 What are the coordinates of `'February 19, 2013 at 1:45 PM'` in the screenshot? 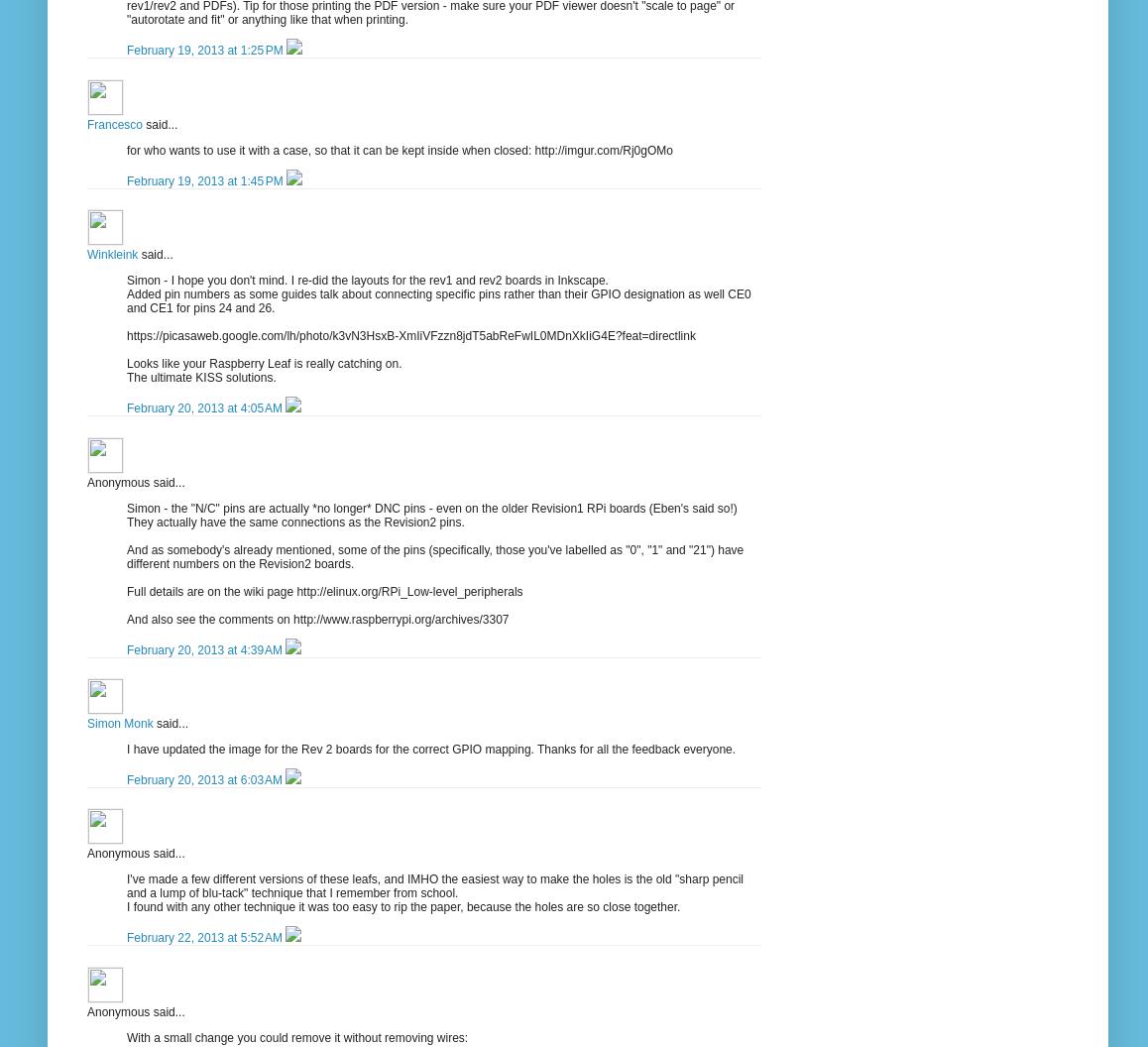 It's located at (206, 179).